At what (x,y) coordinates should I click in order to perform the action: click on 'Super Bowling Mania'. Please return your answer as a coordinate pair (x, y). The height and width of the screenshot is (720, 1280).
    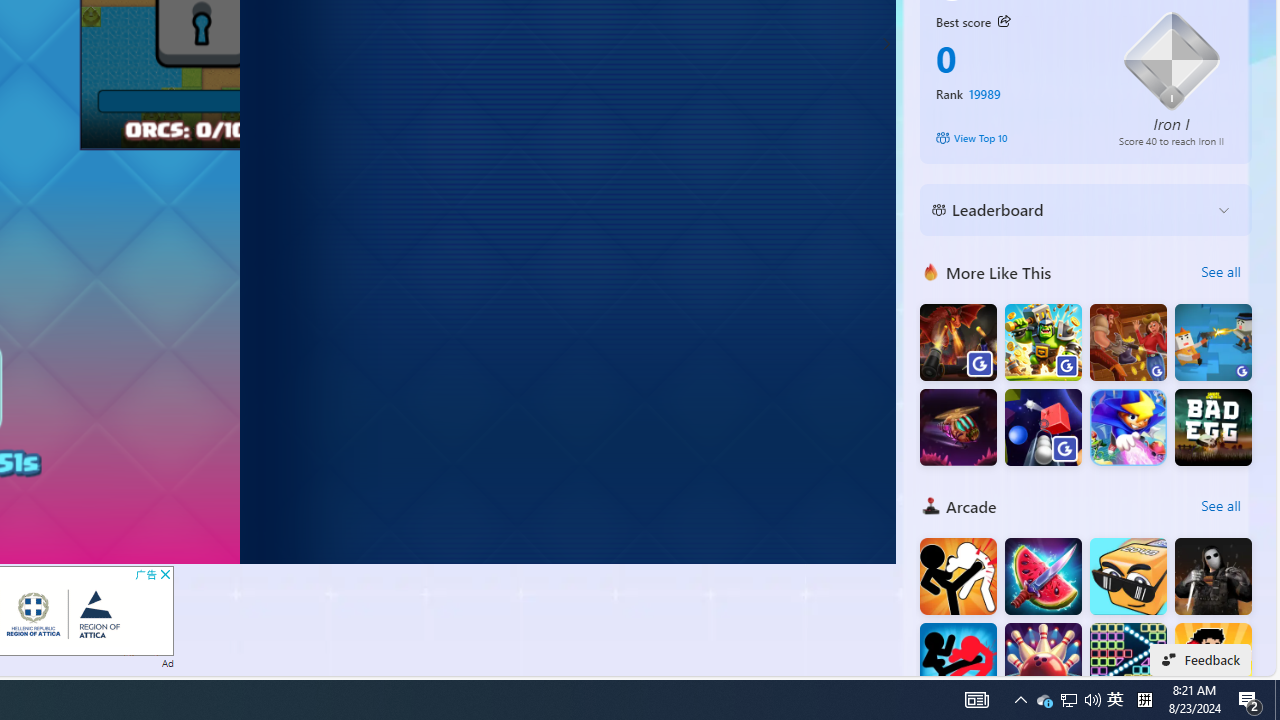
    Looking at the image, I should click on (1042, 661).